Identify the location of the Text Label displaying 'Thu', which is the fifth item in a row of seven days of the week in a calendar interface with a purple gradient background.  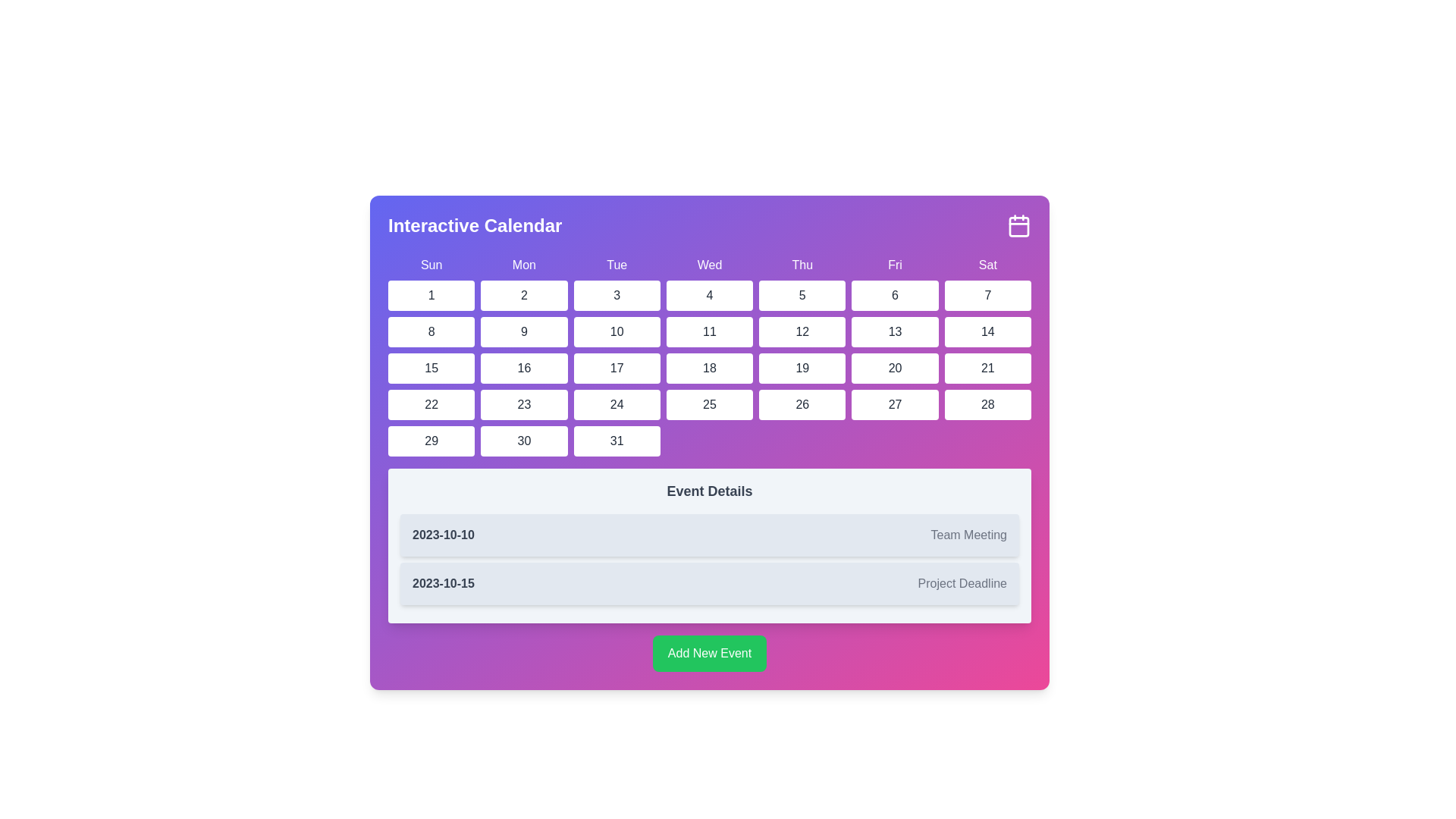
(802, 265).